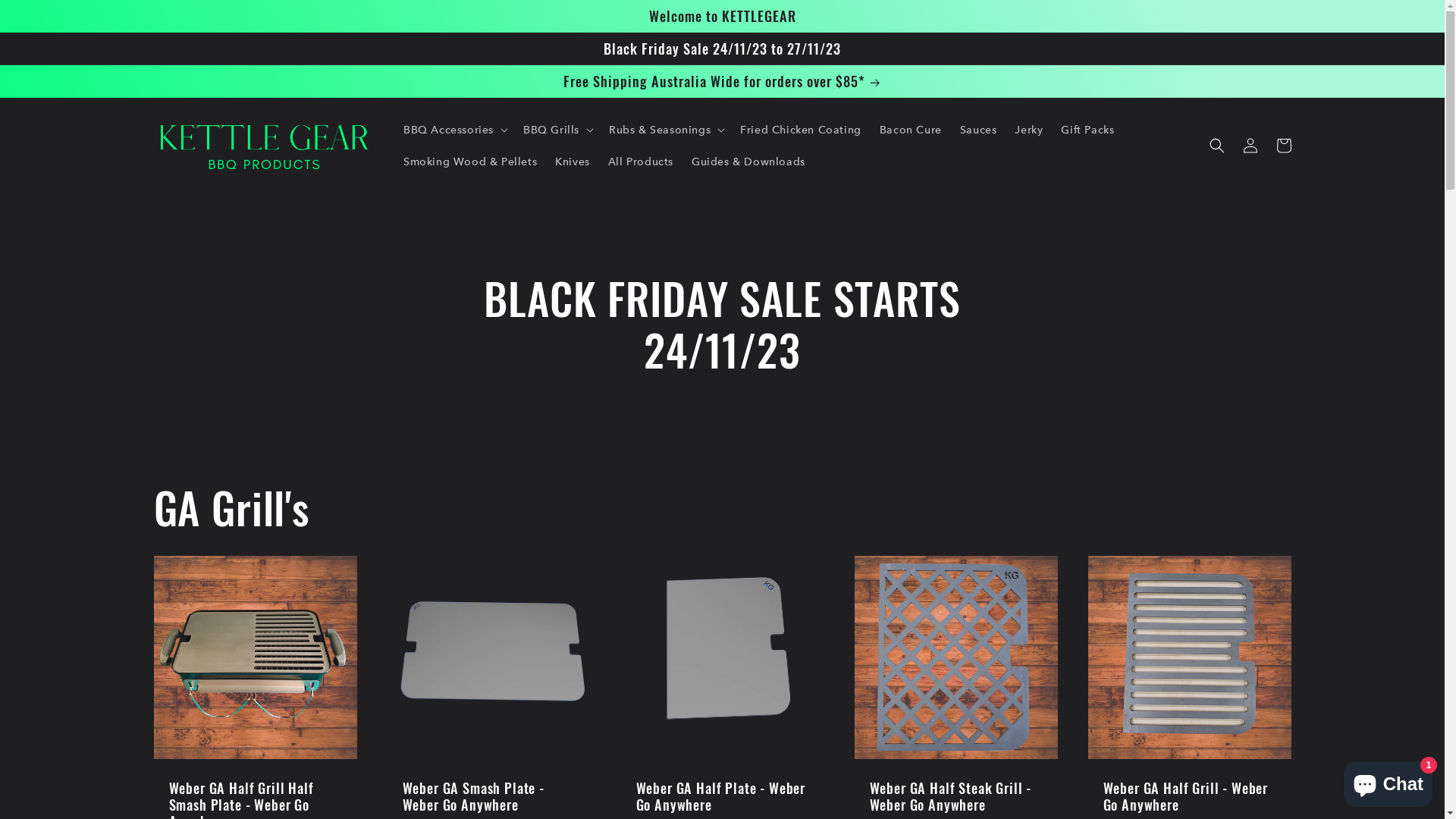 The height and width of the screenshot is (819, 1456). Describe the element at coordinates (571, 161) in the screenshot. I see `'Knives'` at that location.